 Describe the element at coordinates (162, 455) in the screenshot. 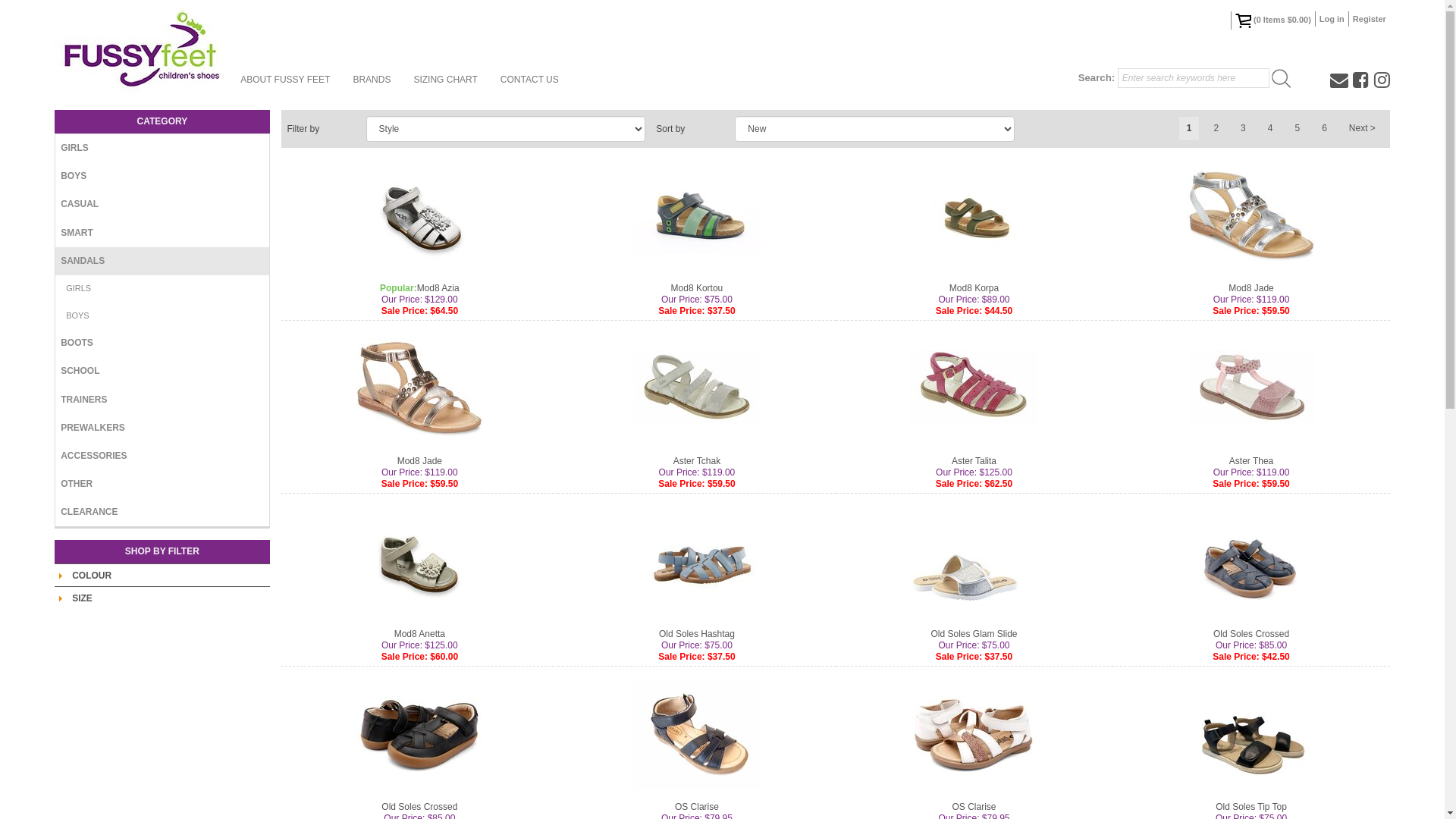

I see `'ACCESSORIES'` at that location.